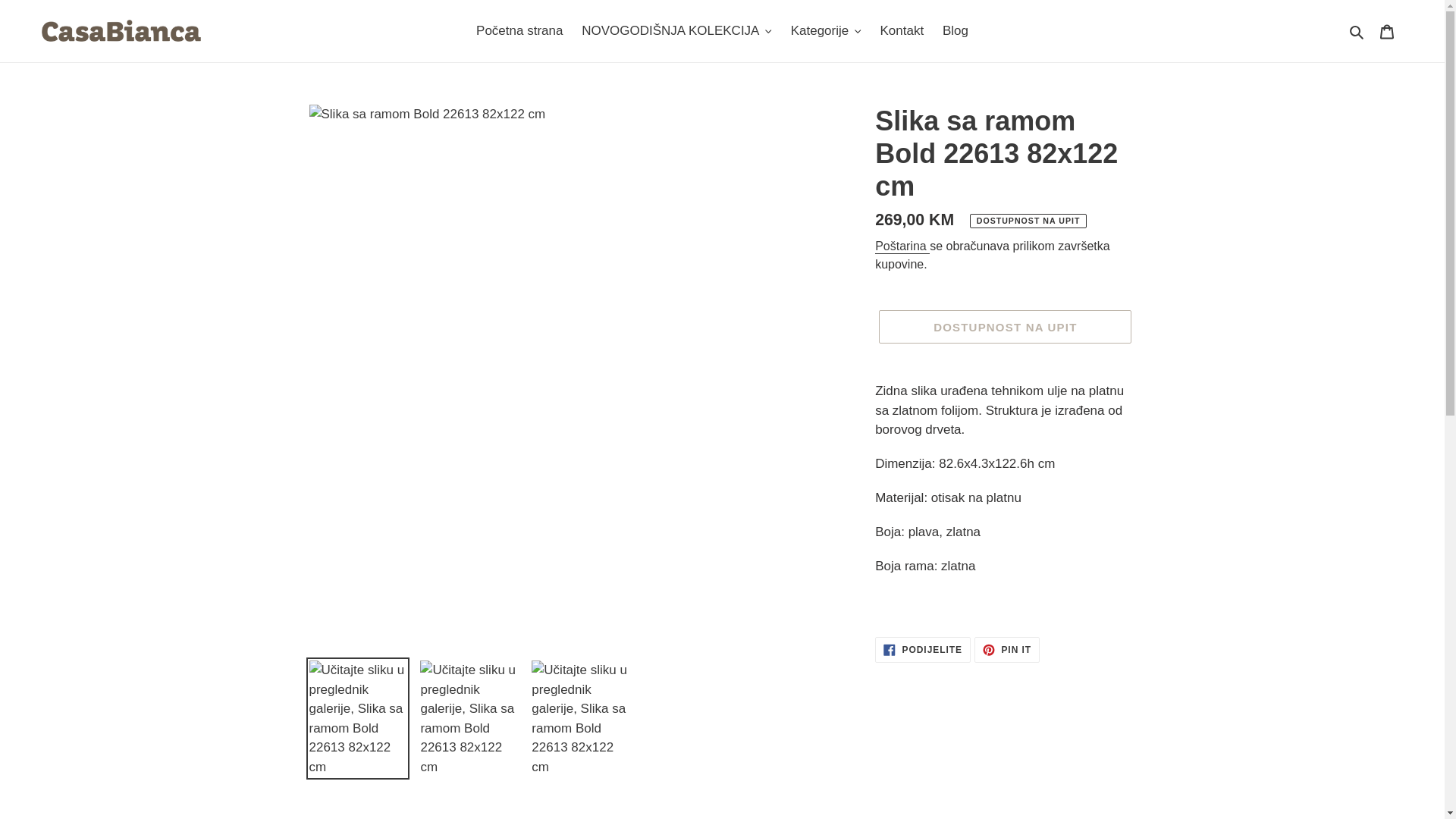 The width and height of the screenshot is (1456, 819). I want to click on 'Korpa', so click(1386, 31).